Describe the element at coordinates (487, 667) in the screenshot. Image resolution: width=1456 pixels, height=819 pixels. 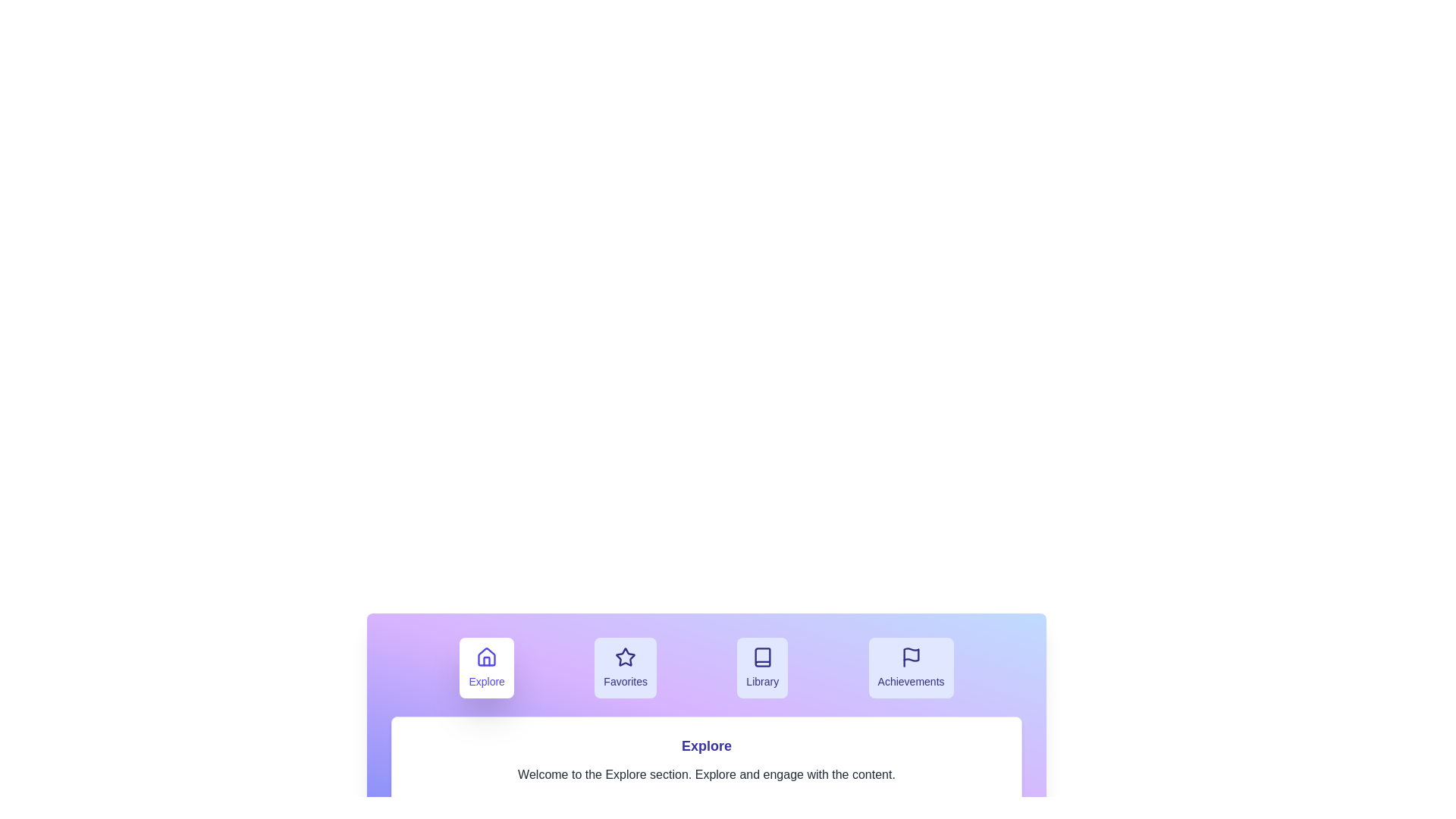
I see `the tab labeled Explore` at that location.